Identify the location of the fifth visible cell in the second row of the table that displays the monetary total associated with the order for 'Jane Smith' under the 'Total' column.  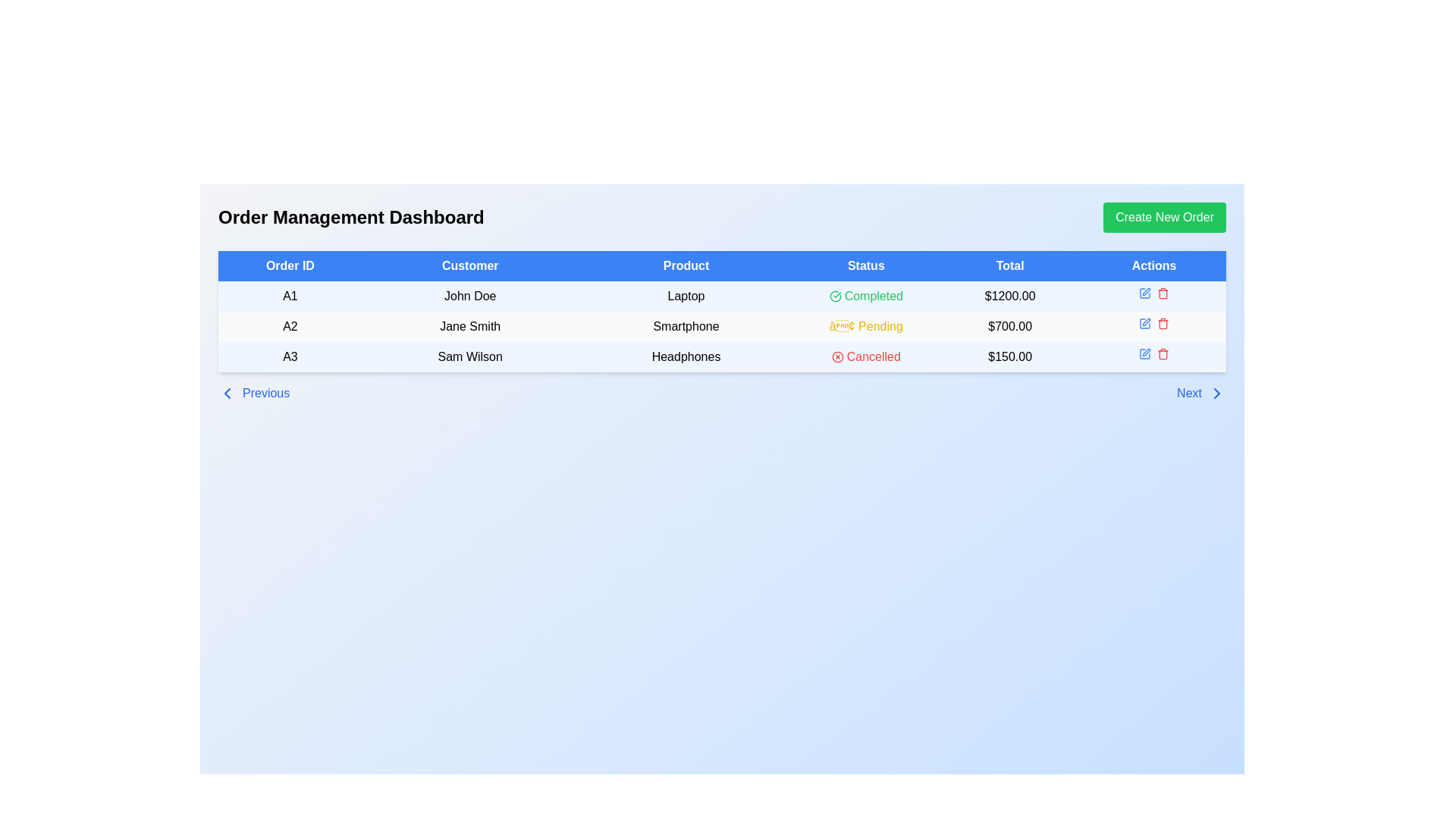
(1010, 326).